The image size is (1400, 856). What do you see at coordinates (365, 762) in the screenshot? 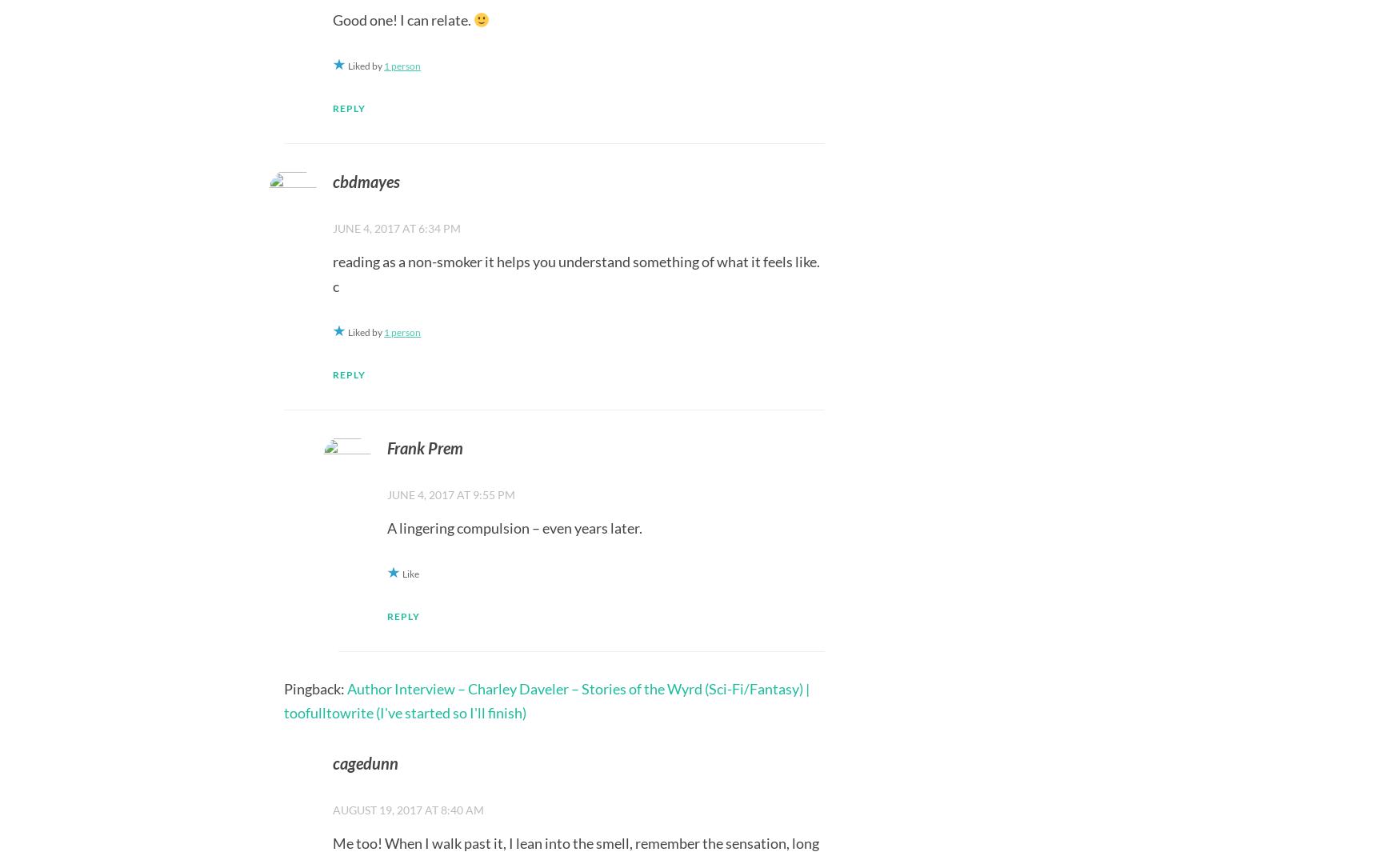
I see `'cagedunn'` at bounding box center [365, 762].